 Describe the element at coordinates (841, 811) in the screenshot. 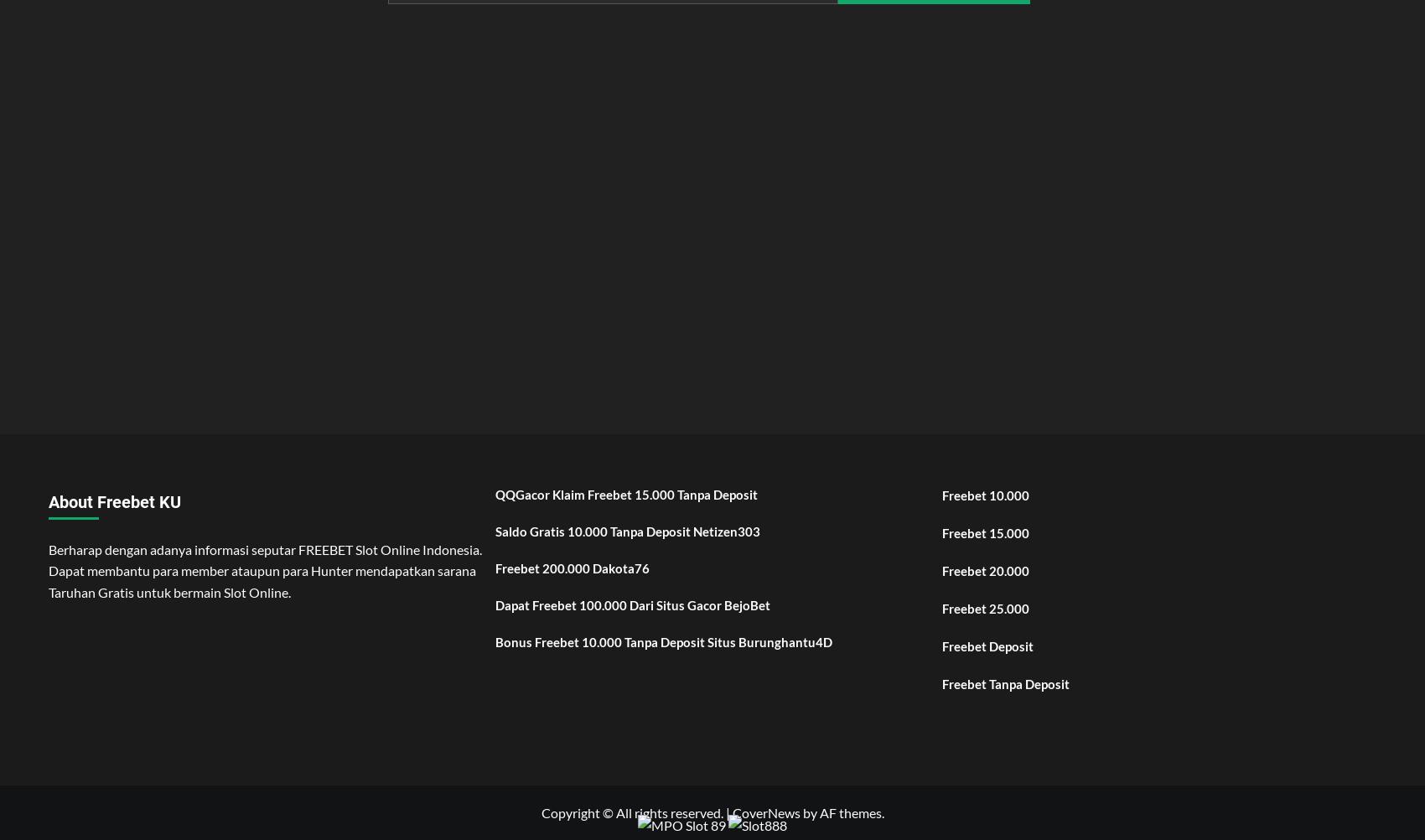

I see `'by AF themes.'` at that location.